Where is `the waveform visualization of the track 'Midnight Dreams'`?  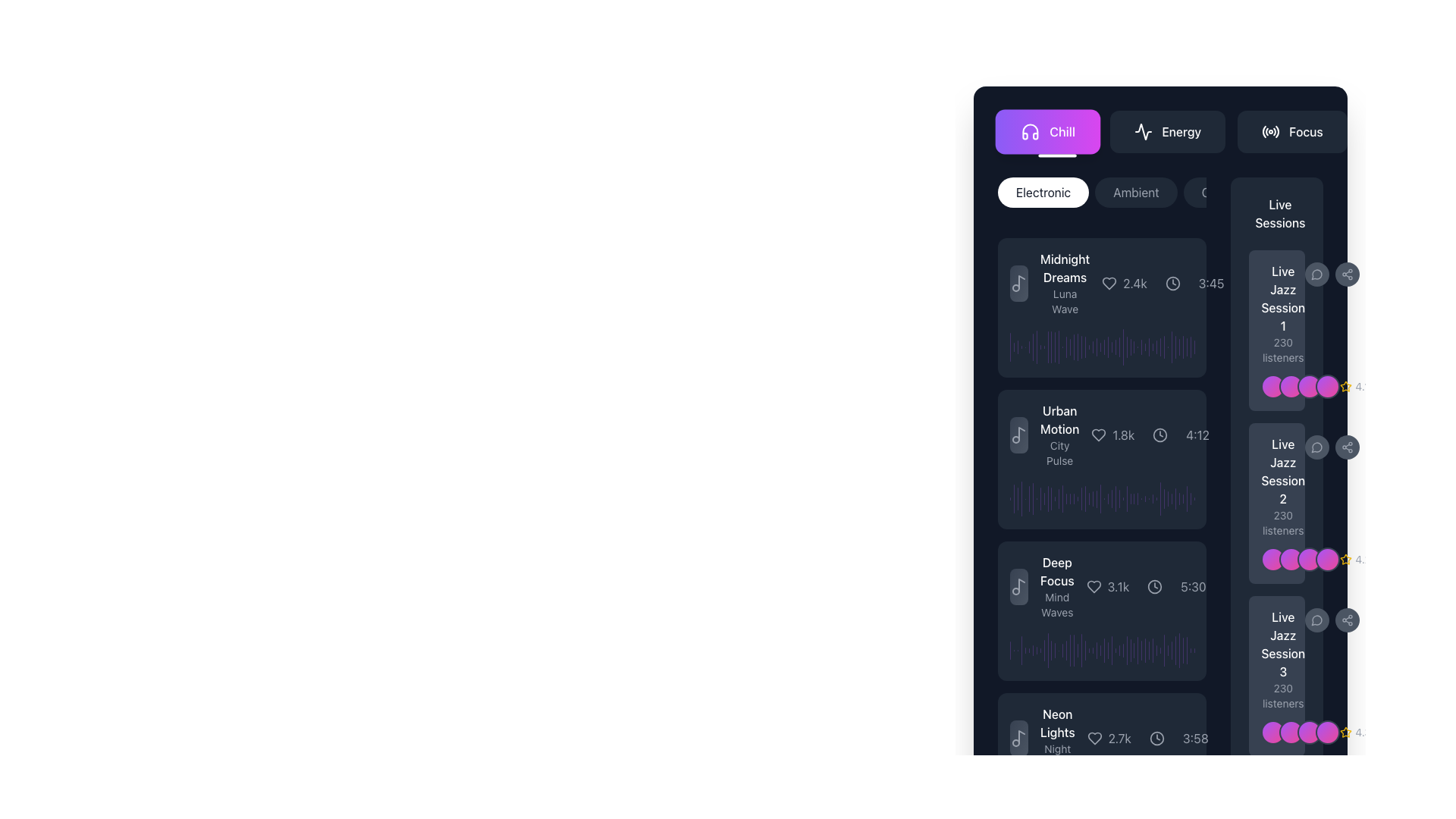 the waveform visualization of the track 'Midnight Dreams' is located at coordinates (1102, 347).